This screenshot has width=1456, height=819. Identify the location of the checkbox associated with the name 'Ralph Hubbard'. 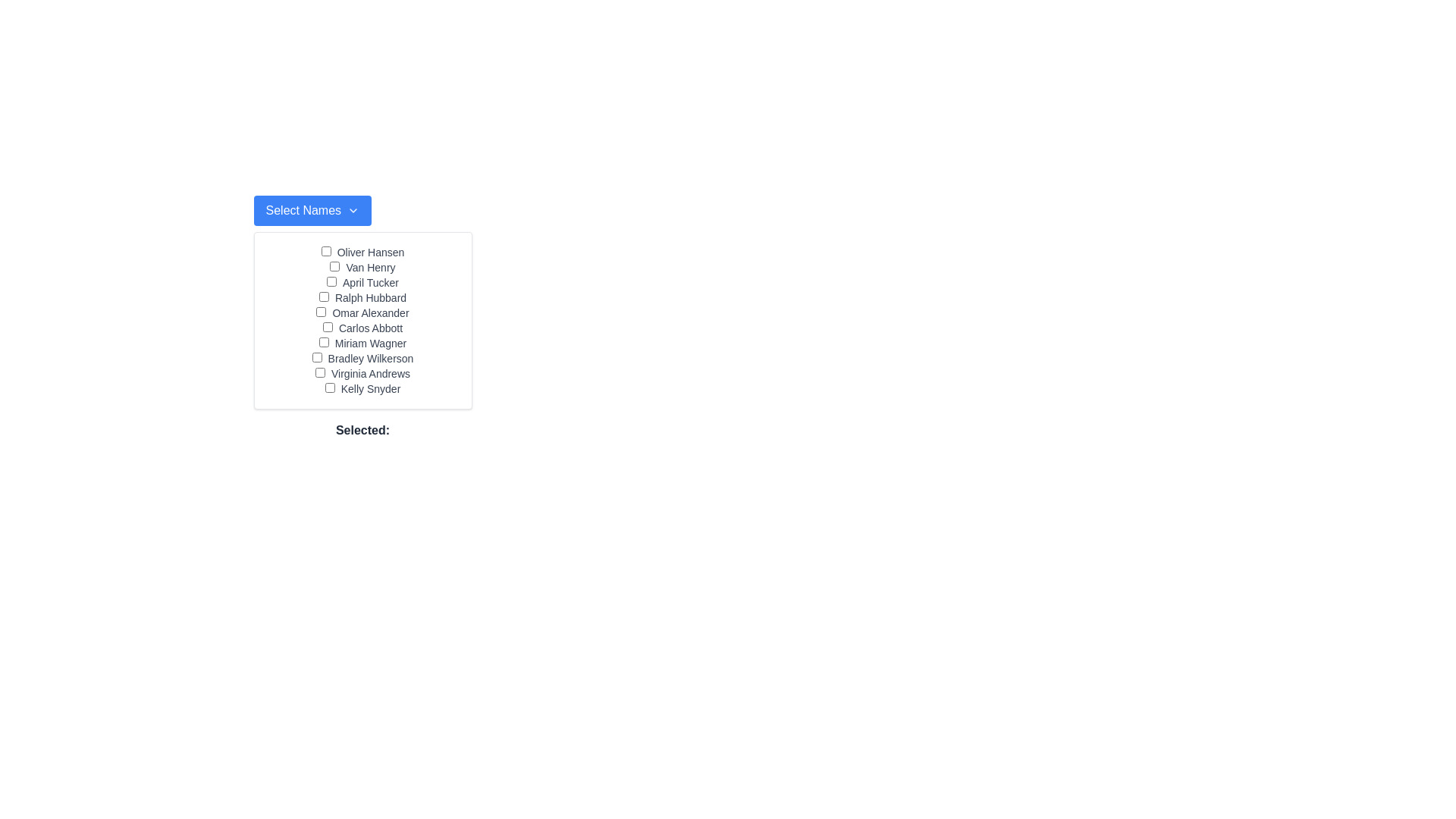
(362, 298).